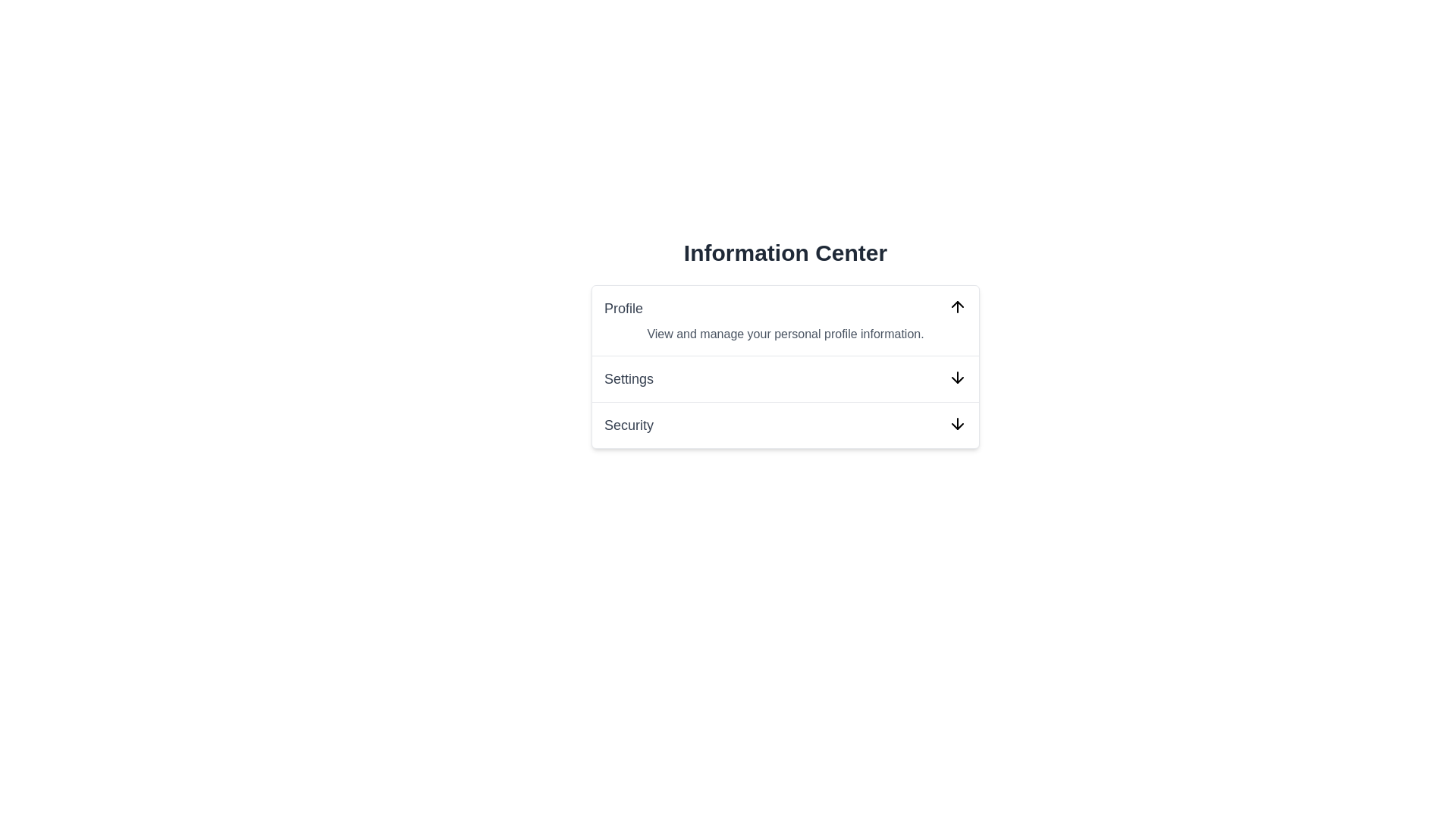  Describe the element at coordinates (956, 307) in the screenshot. I see `the upward-pointing arrow icon next to the 'Profile' label` at that location.